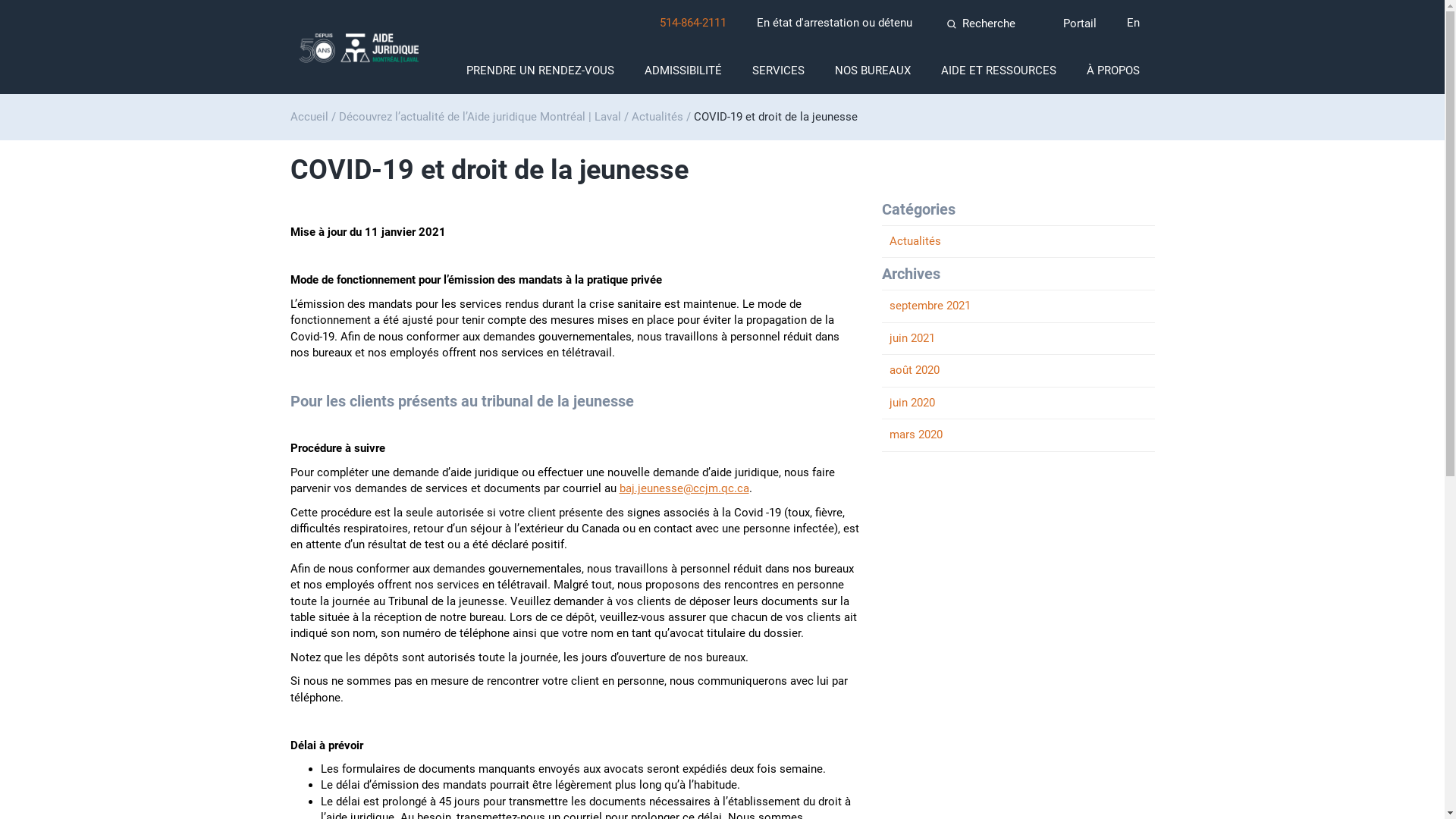  What do you see at coordinates (1076, 24) in the screenshot?
I see `'Portail'` at bounding box center [1076, 24].